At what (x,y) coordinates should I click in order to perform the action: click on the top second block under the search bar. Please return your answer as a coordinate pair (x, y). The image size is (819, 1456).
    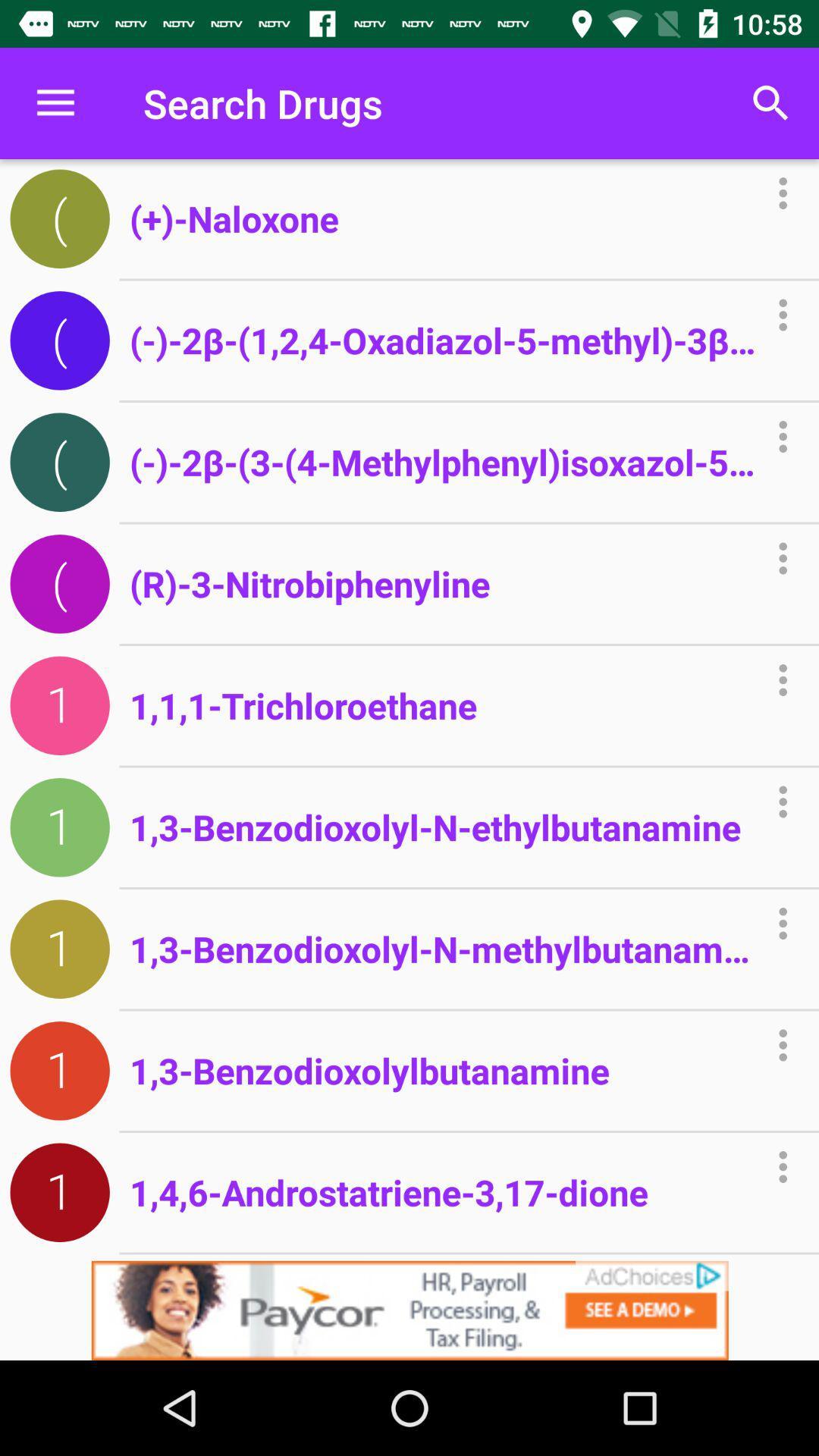
    Looking at the image, I should click on (59, 340).